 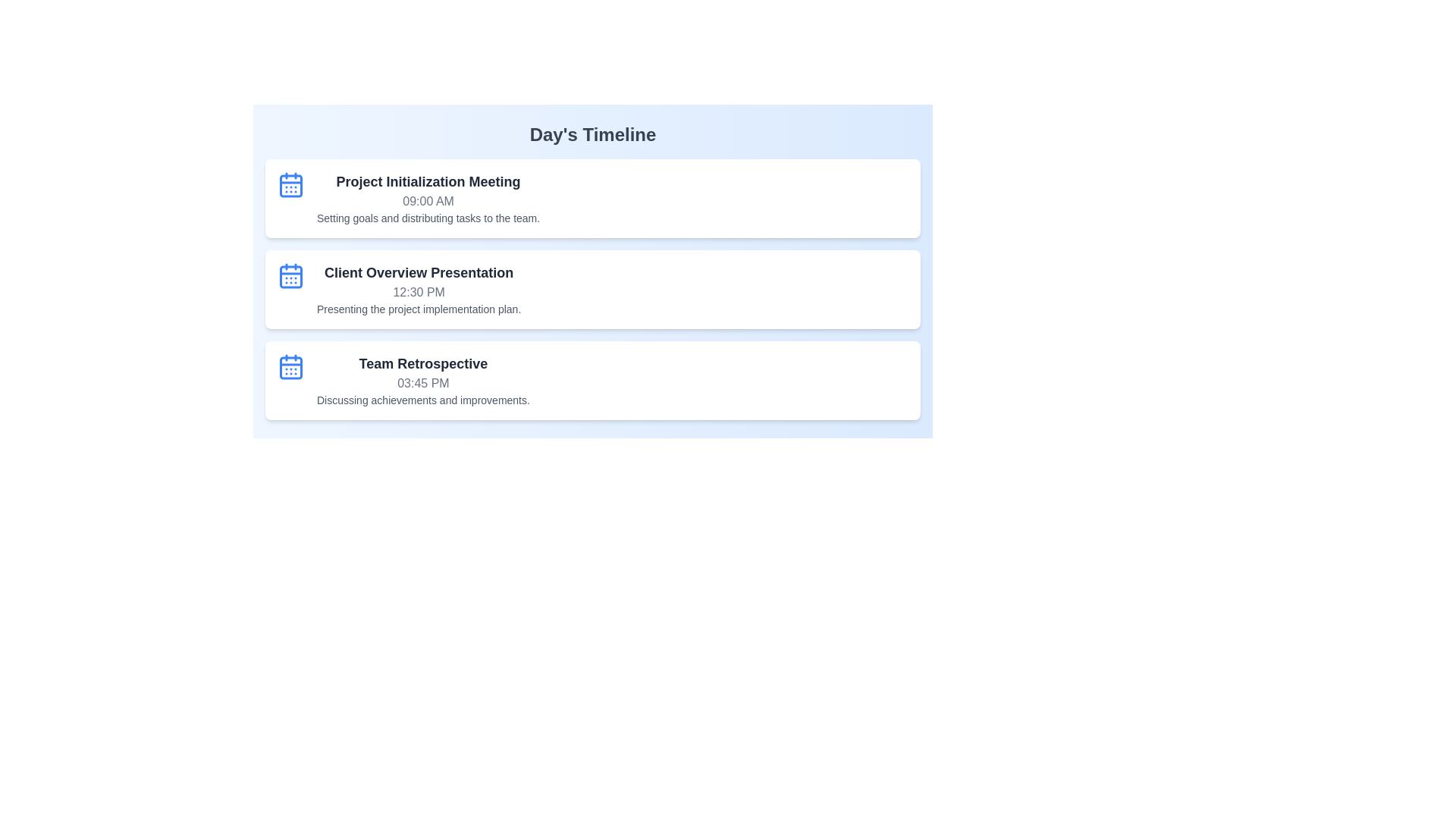 What do you see at coordinates (419, 271) in the screenshot?
I see `the heading text label displaying 'Client Overview Presentation', which is styled in bold dark gray and is the second event heading in the timeline` at bounding box center [419, 271].